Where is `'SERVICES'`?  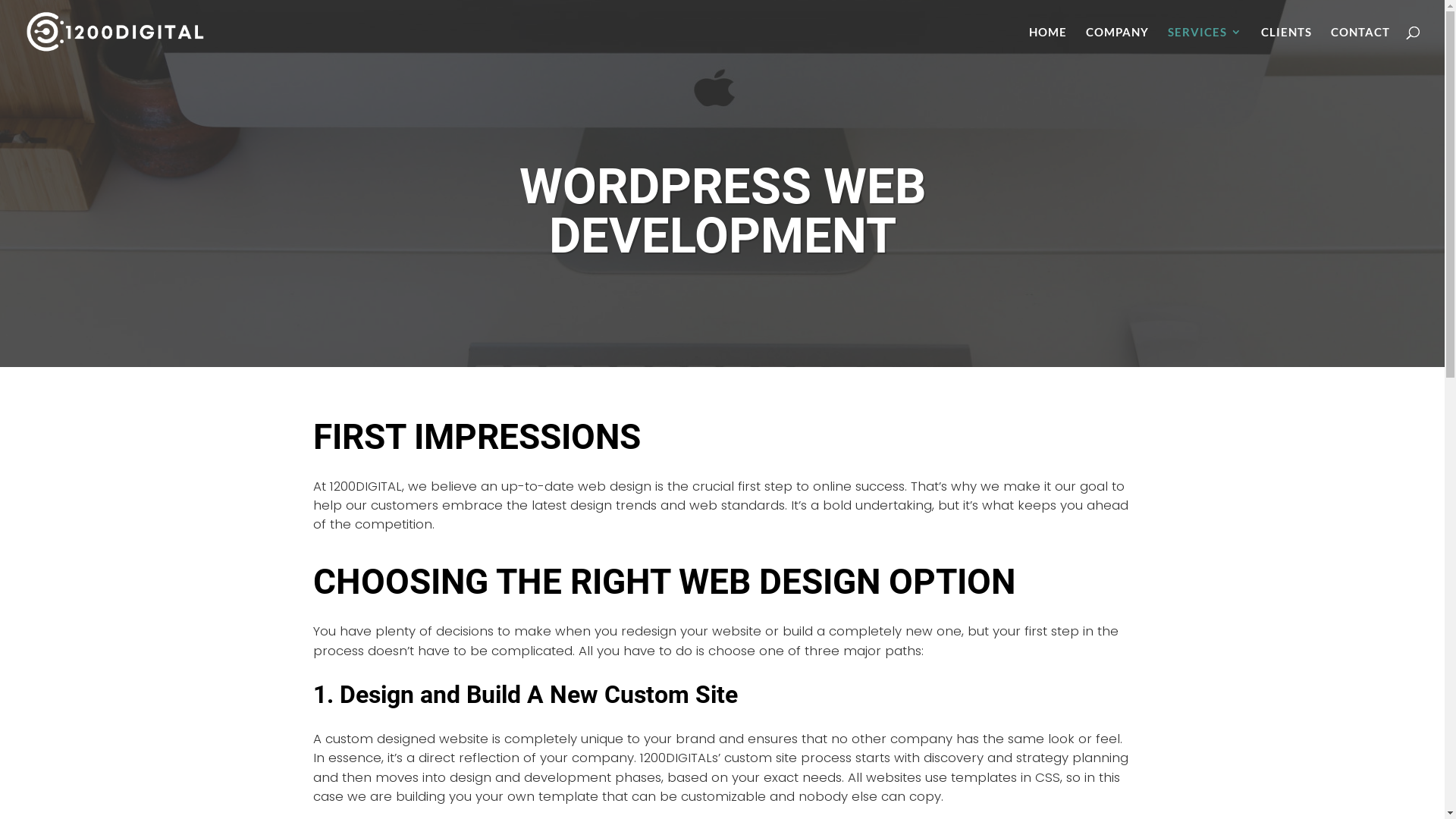
'SERVICES' is located at coordinates (1203, 44).